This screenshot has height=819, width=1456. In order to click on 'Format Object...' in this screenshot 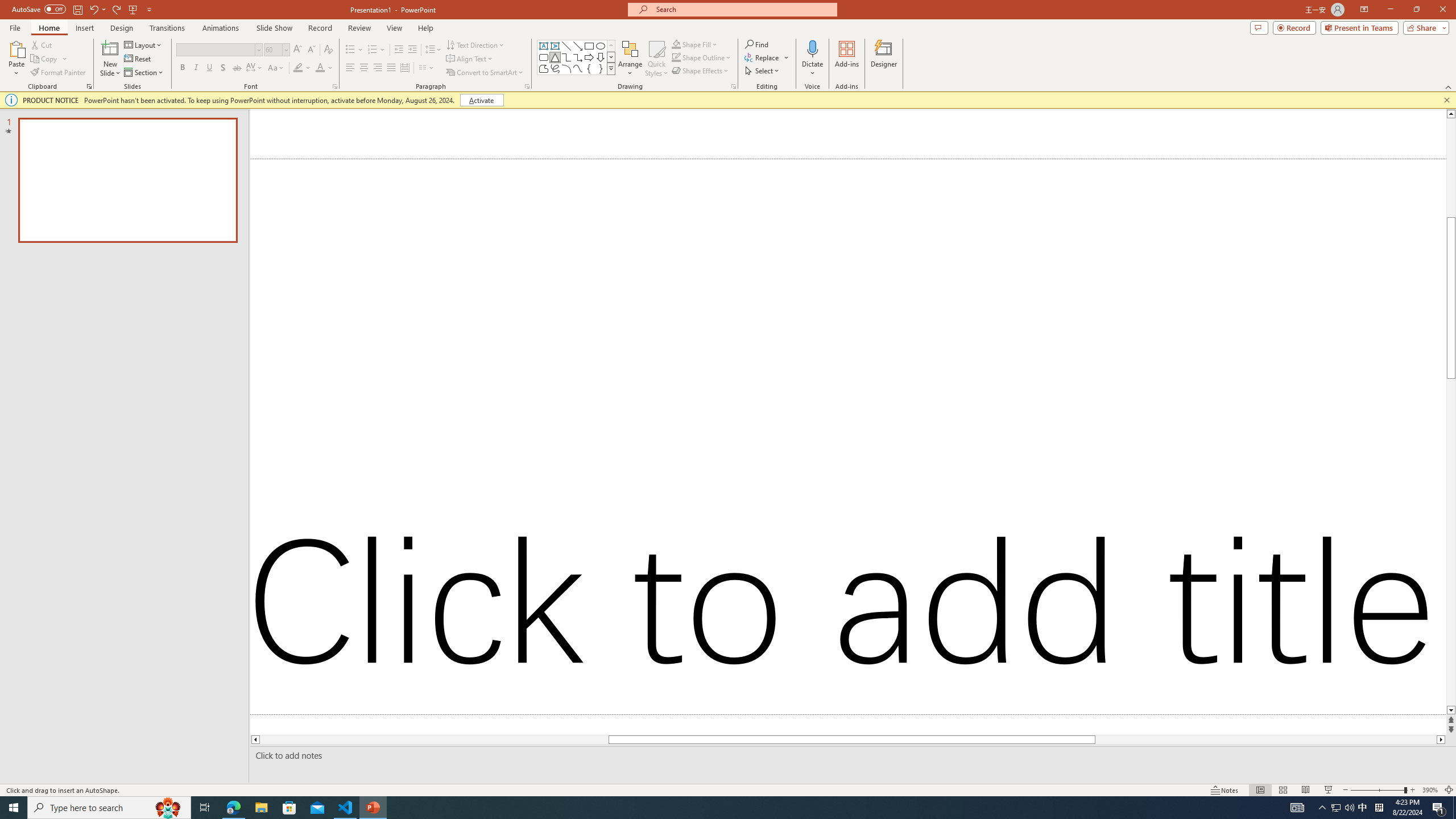, I will do `click(733, 85)`.